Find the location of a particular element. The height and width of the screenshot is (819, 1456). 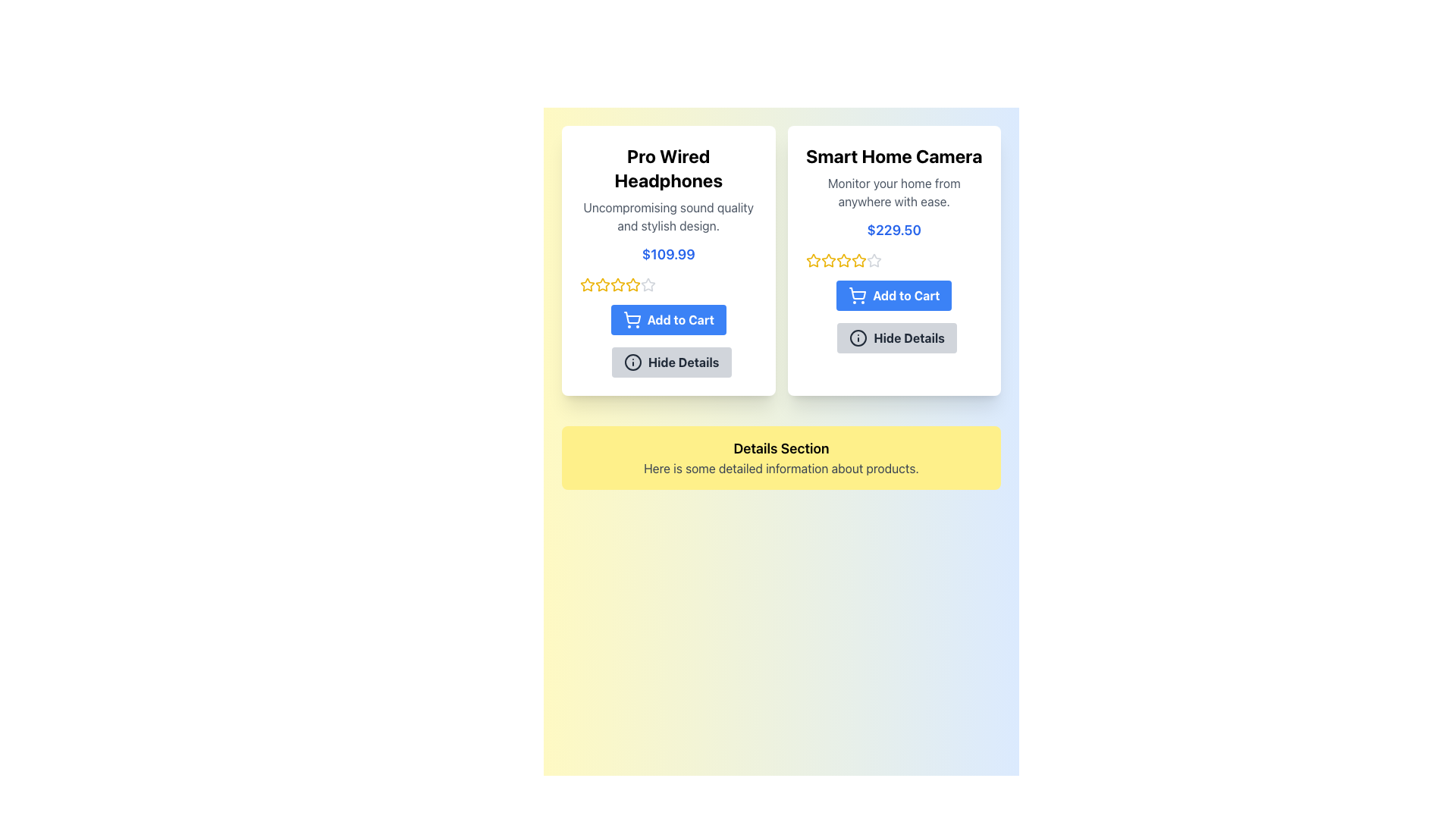

the third star icon, which is outlined in yellow and filled with white, used for rating below the product title and price of 'Pro Wired Headphones' is located at coordinates (618, 284).